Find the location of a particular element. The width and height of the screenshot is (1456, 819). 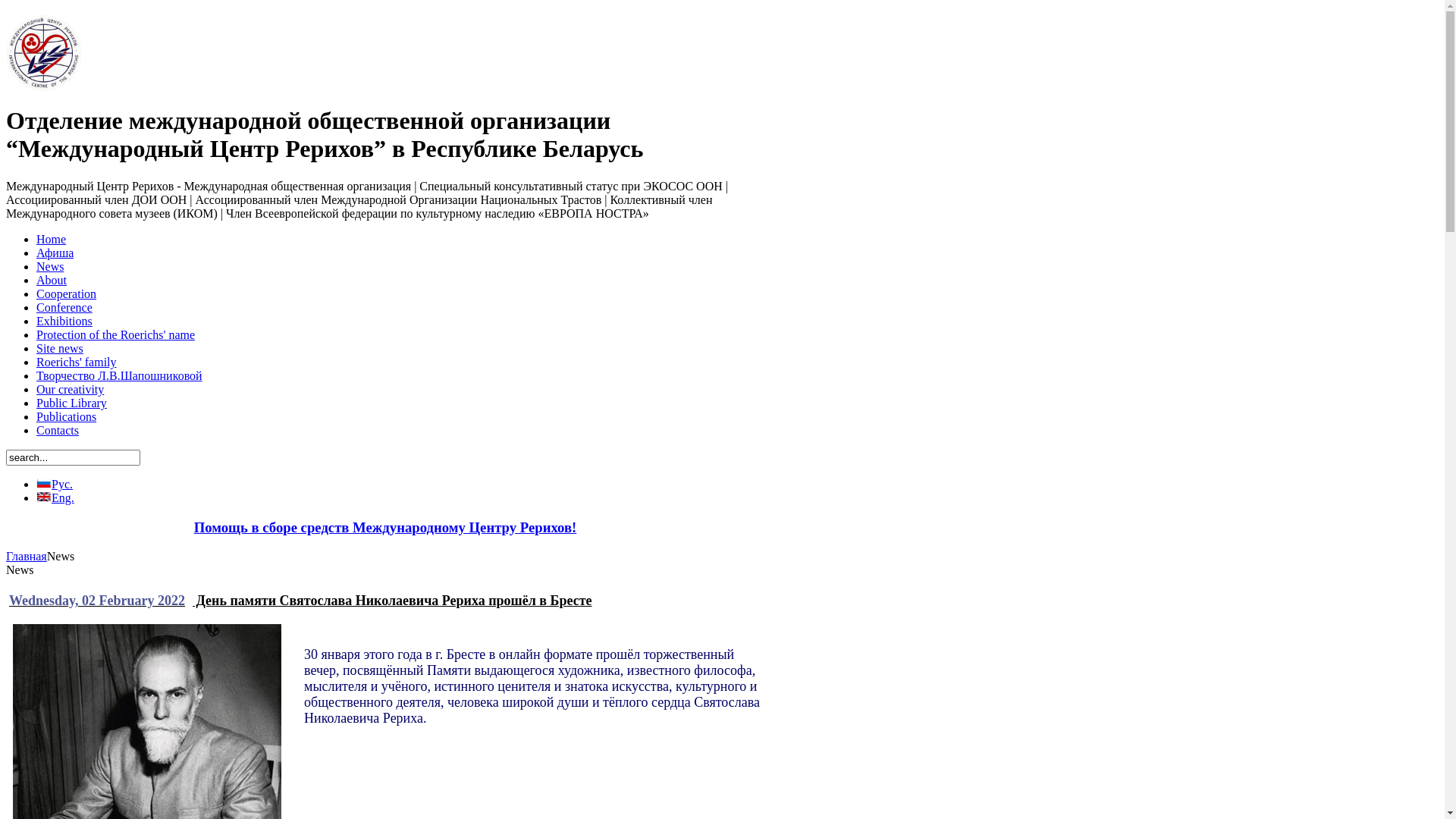

'Eng.' is located at coordinates (55, 497).